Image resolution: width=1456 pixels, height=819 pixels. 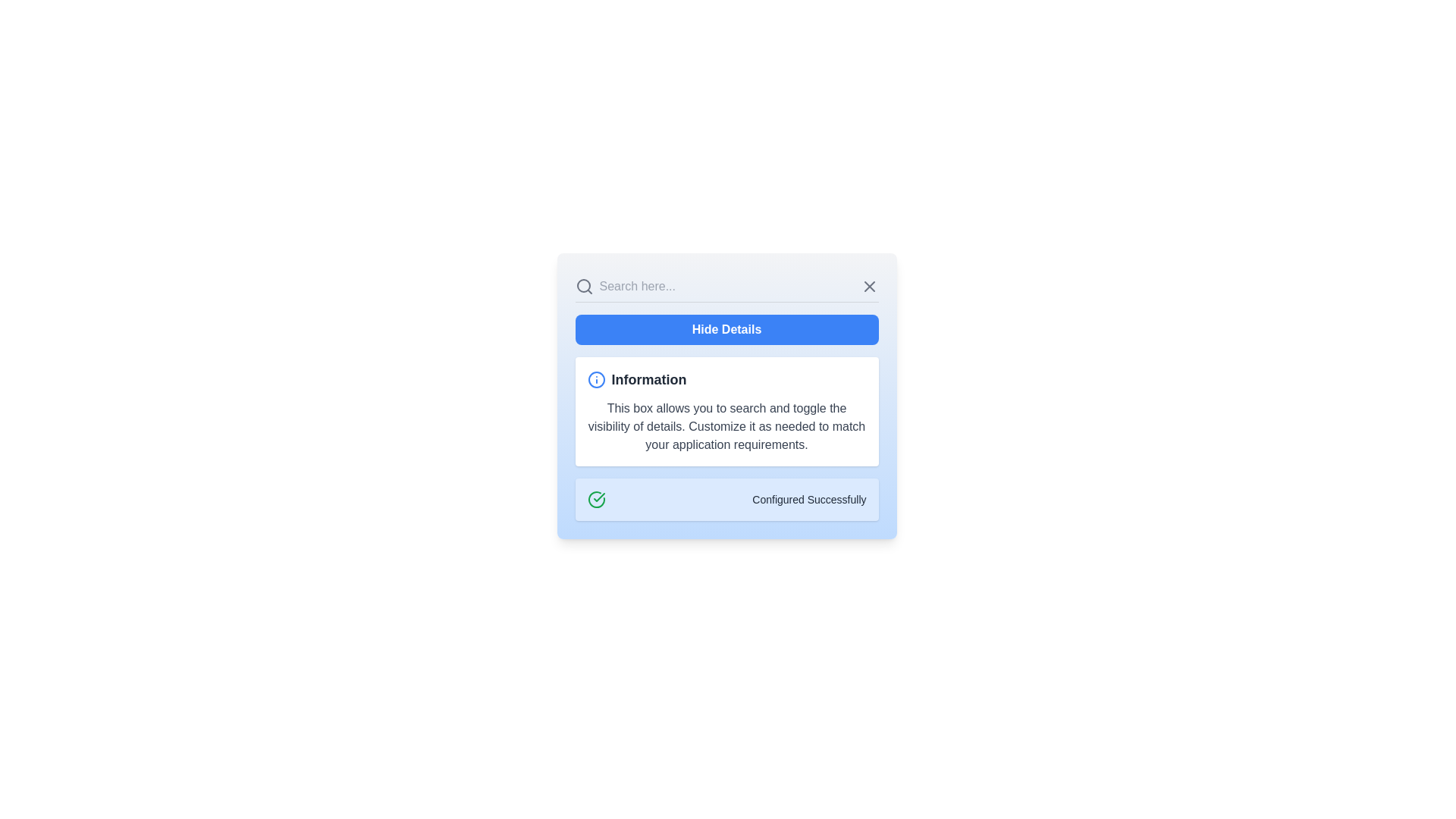 I want to click on the circular icon with a blue border and white inner background, which serves as an informational indicator, located next to the 'Information' text, so click(x=595, y=379).